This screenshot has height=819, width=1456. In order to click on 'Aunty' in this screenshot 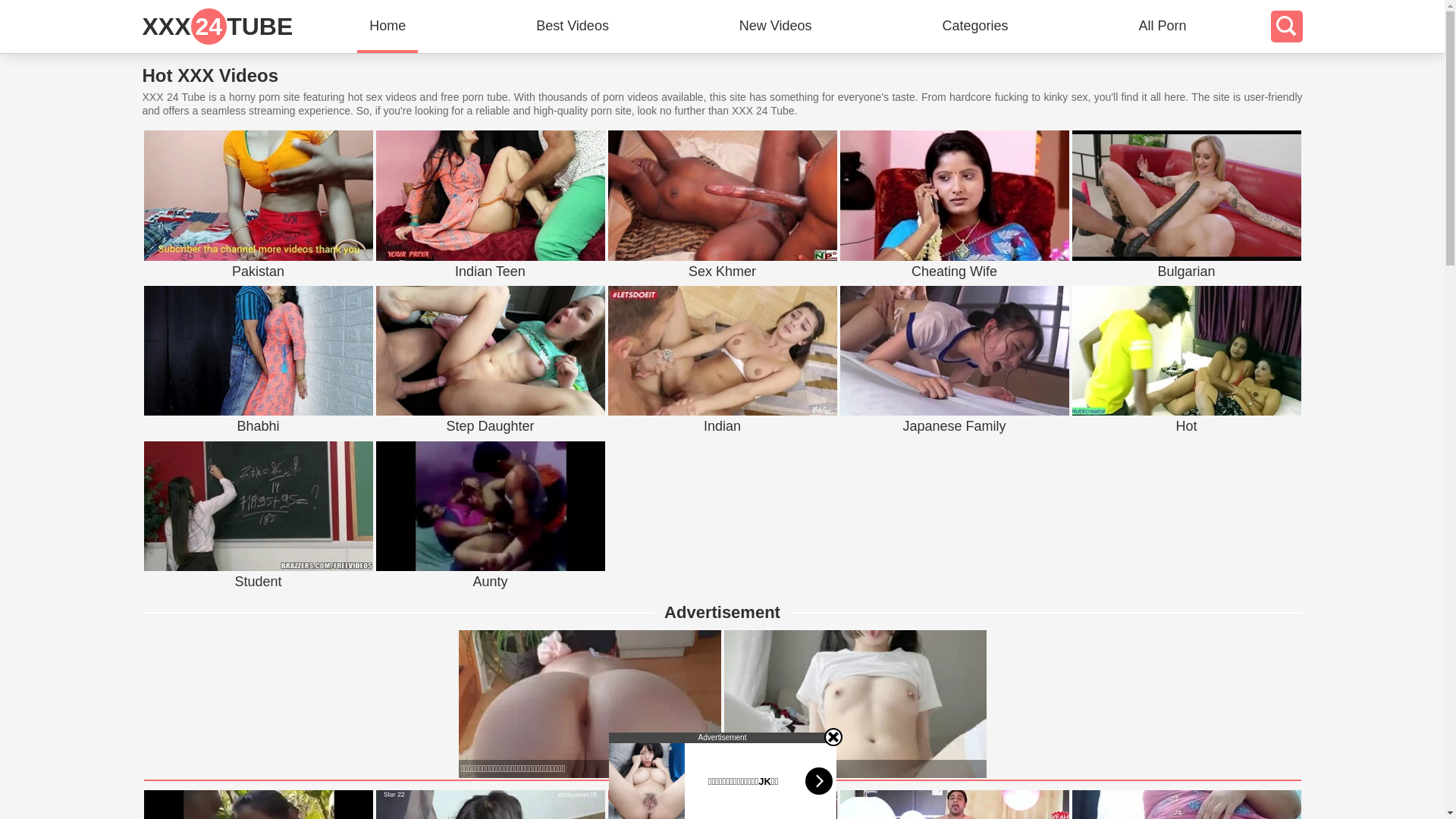, I will do `click(491, 506)`.